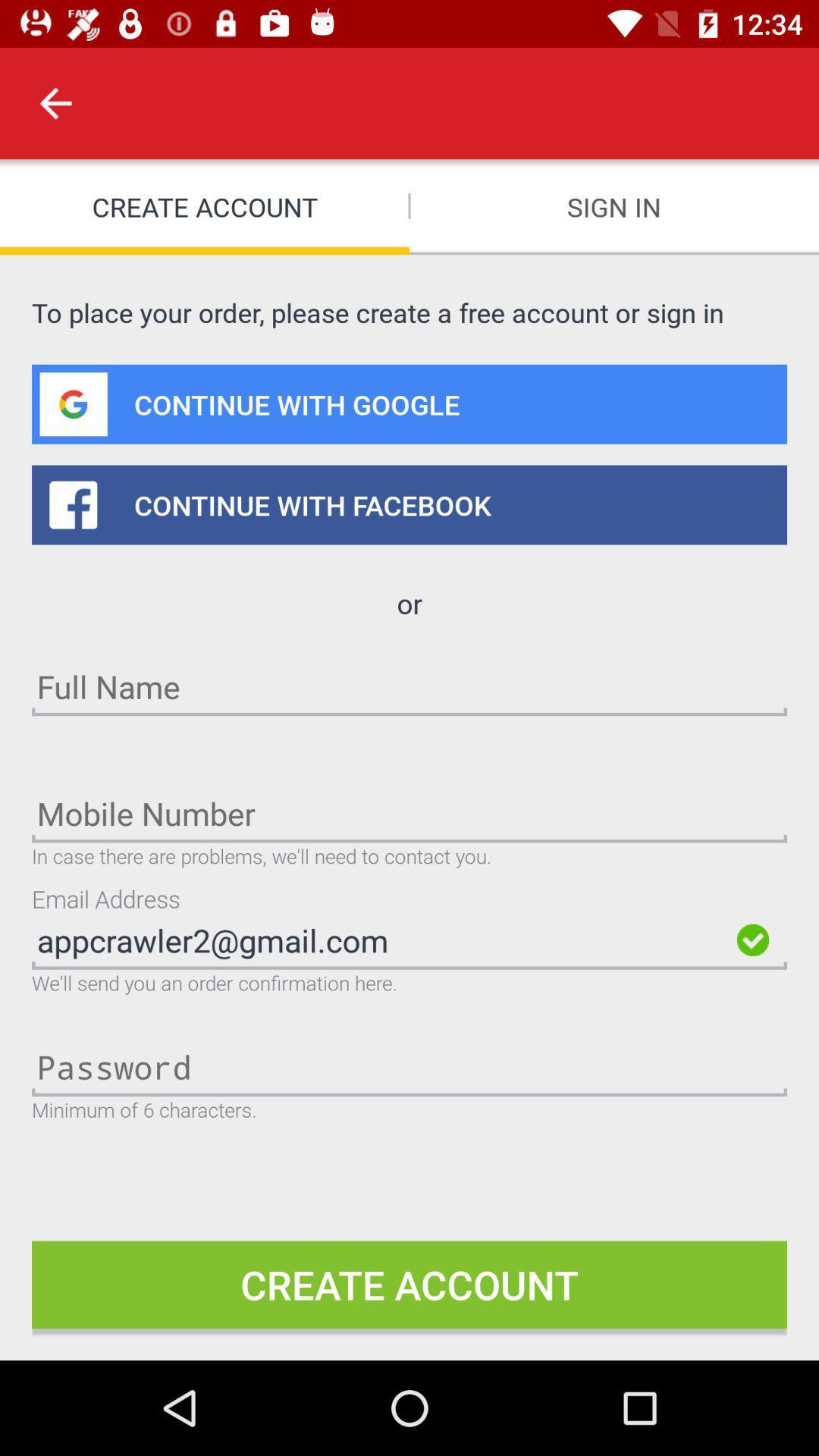 The height and width of the screenshot is (1456, 819). I want to click on this is where you would enter in your phone number for your mobile phone, so click(409, 812).